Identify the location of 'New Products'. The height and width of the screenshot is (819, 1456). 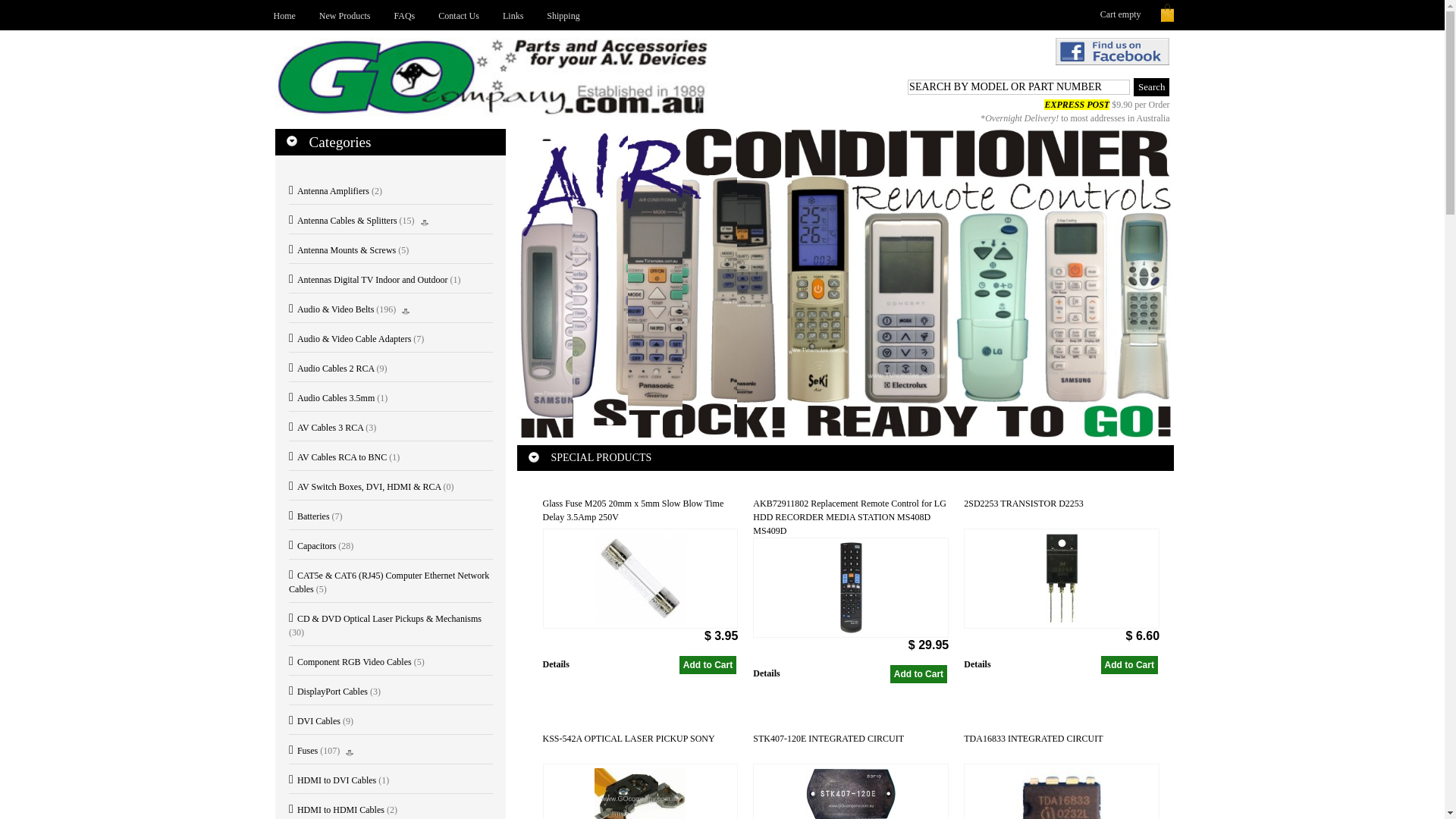
(344, 14).